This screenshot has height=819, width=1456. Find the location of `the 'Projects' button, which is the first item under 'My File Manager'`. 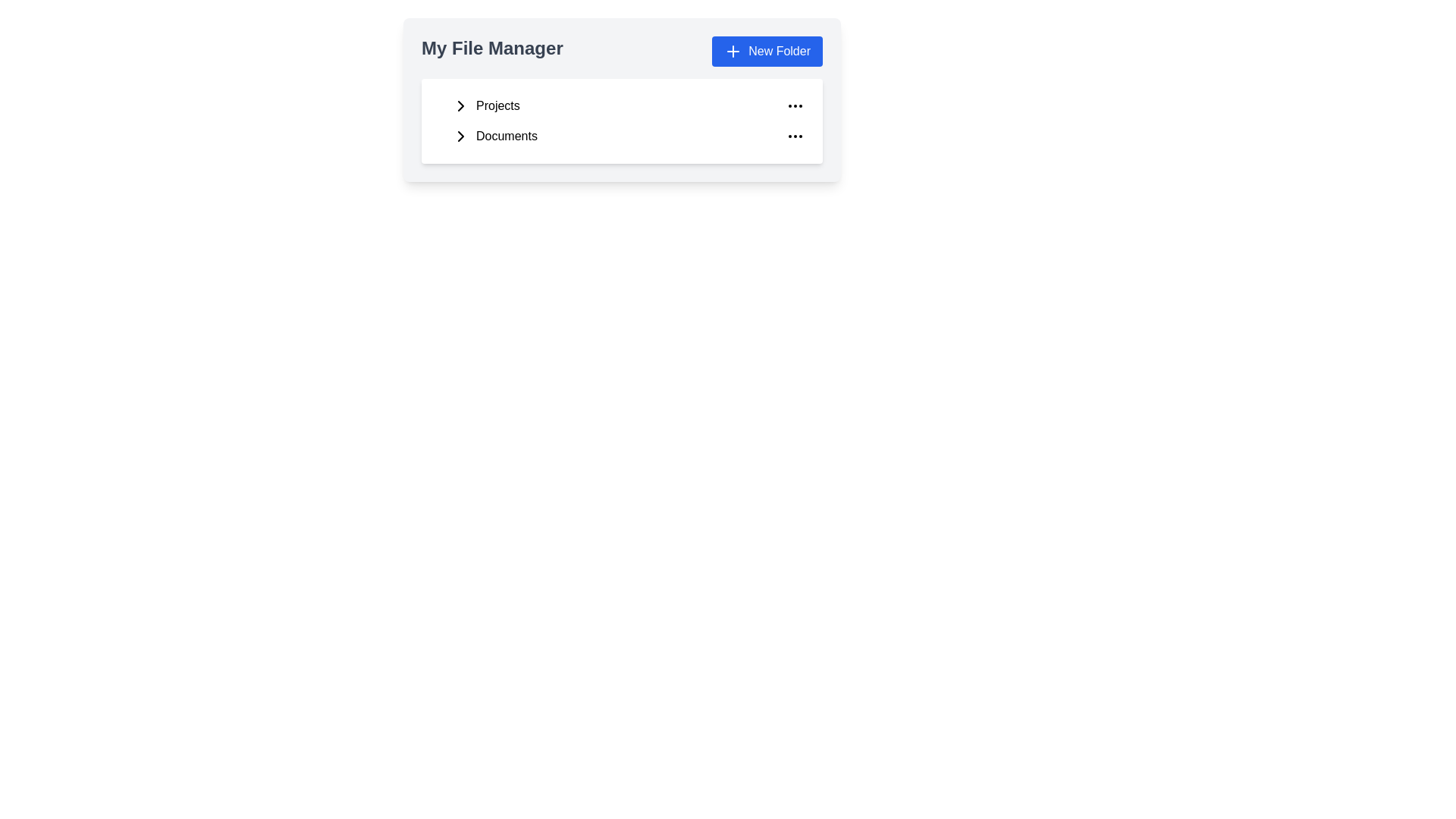

the 'Projects' button, which is the first item under 'My File Manager' is located at coordinates (628, 105).